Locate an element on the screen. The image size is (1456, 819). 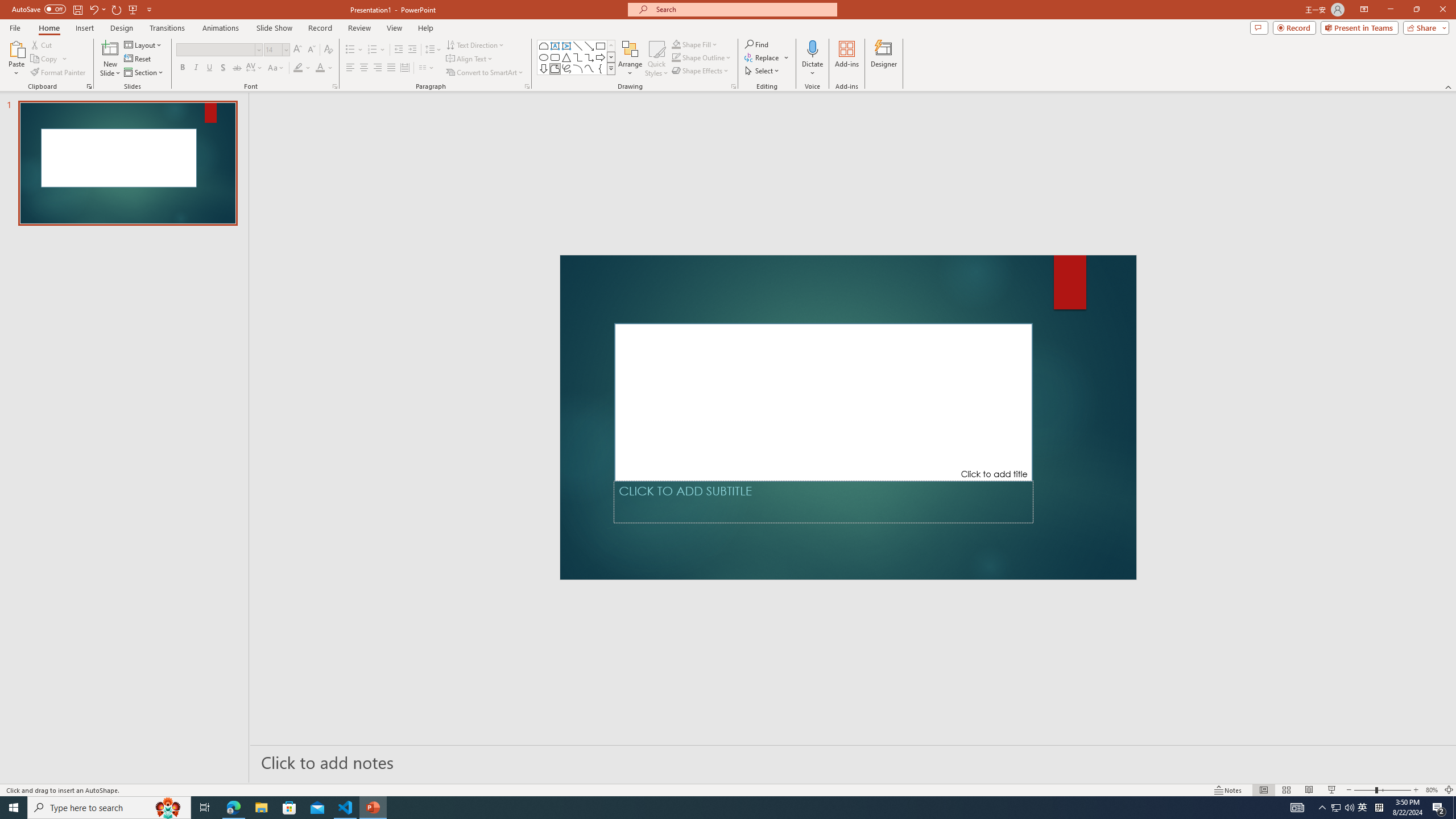
'Increase Indent' is located at coordinates (412, 49).